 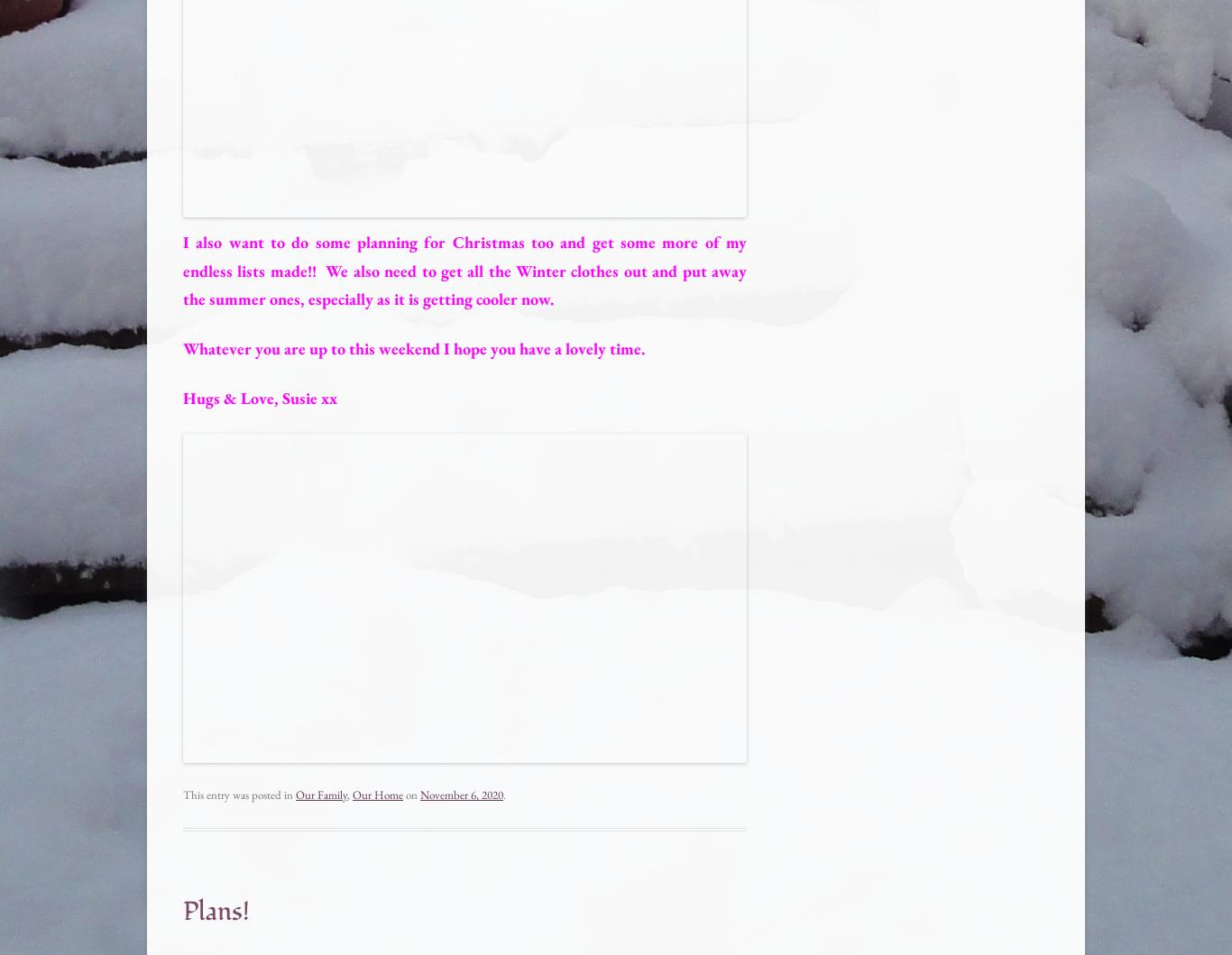 What do you see at coordinates (376, 794) in the screenshot?
I see `'Our Home'` at bounding box center [376, 794].